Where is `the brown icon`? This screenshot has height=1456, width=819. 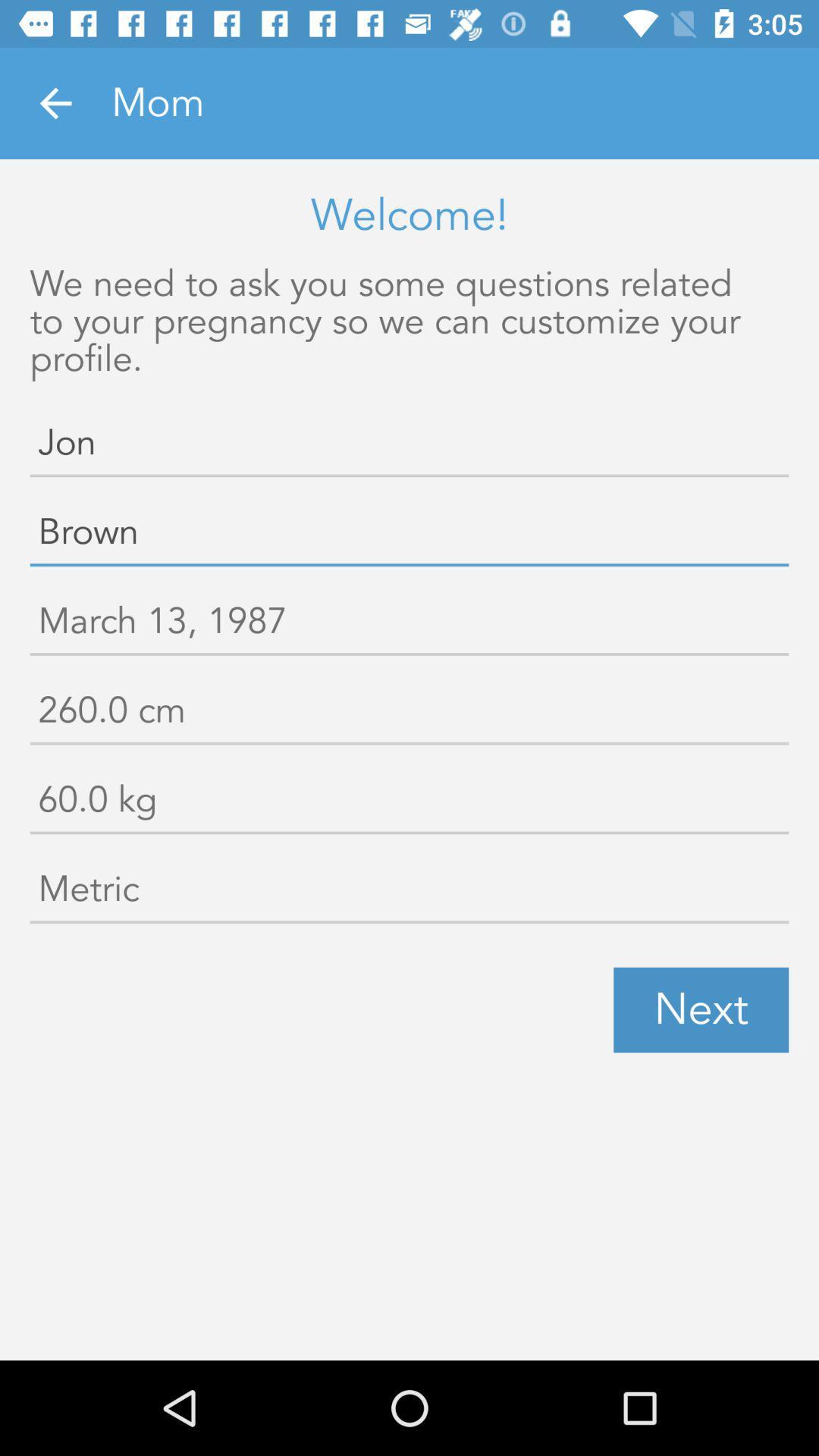 the brown icon is located at coordinates (409, 535).